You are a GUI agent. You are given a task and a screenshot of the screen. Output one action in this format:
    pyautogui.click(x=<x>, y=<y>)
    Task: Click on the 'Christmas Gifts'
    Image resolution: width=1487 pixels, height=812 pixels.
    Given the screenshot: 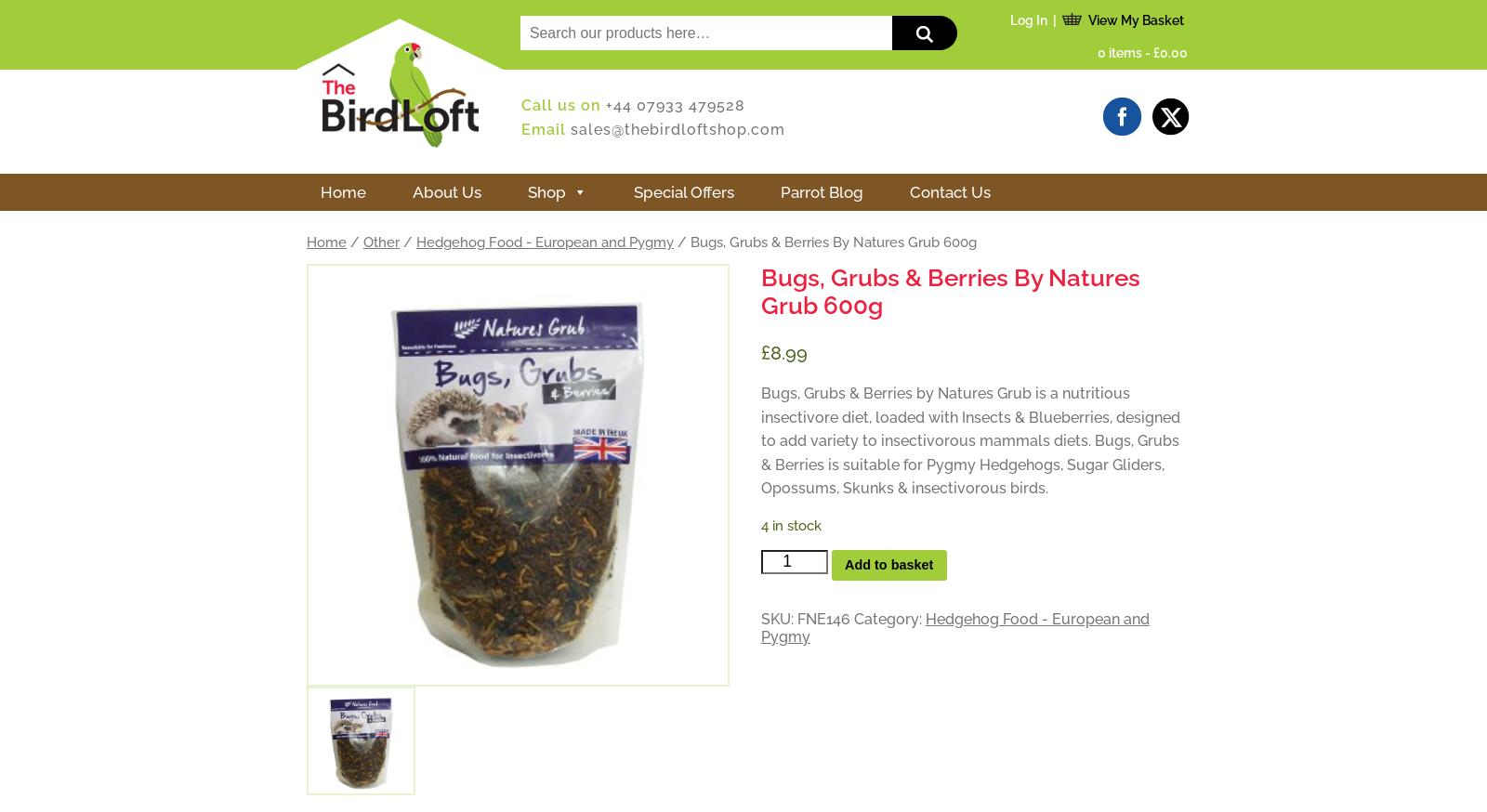 What is the action you would take?
    pyautogui.click(x=1071, y=697)
    